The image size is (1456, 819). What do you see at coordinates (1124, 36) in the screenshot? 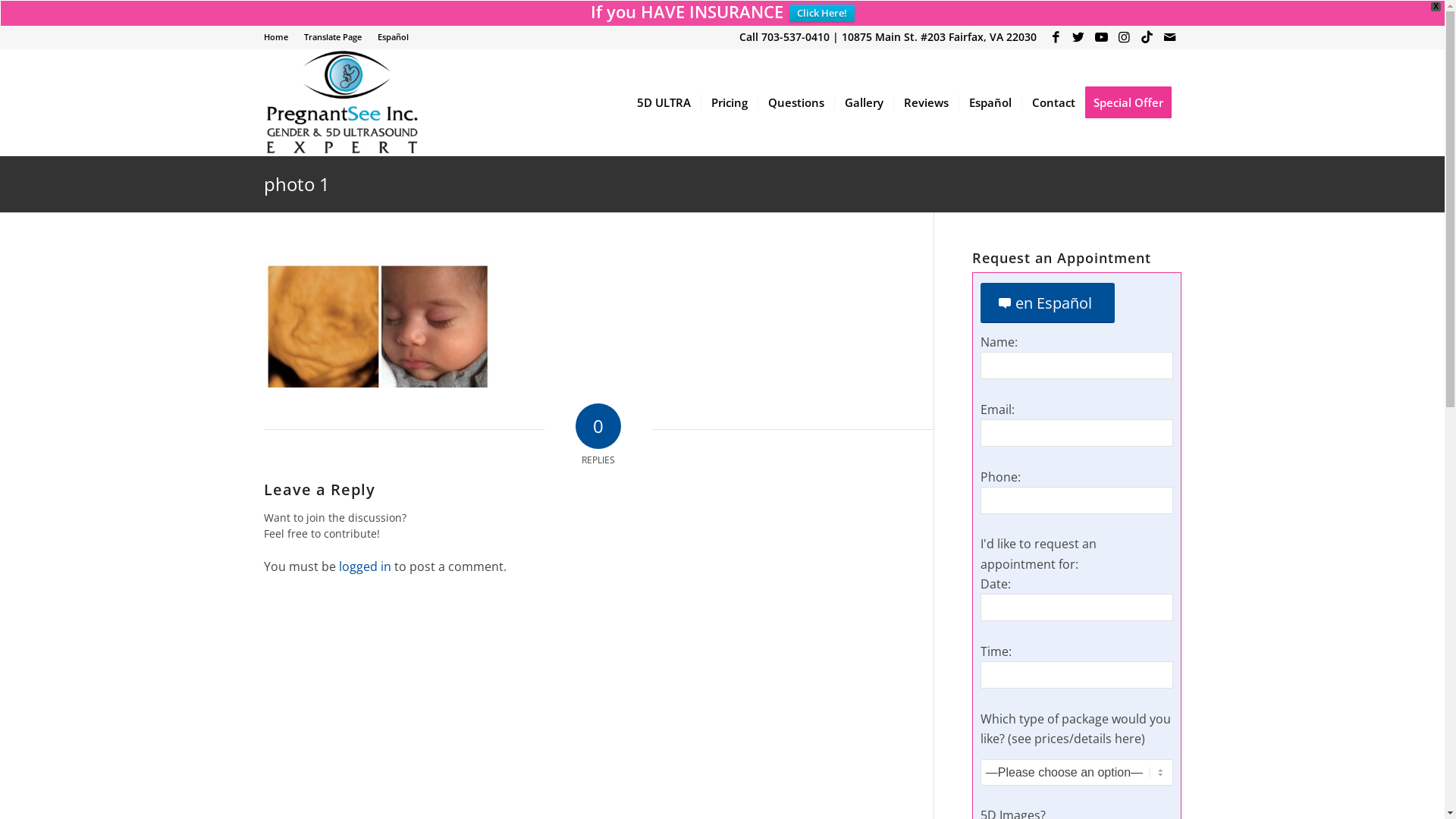
I see `'Instagram'` at bounding box center [1124, 36].